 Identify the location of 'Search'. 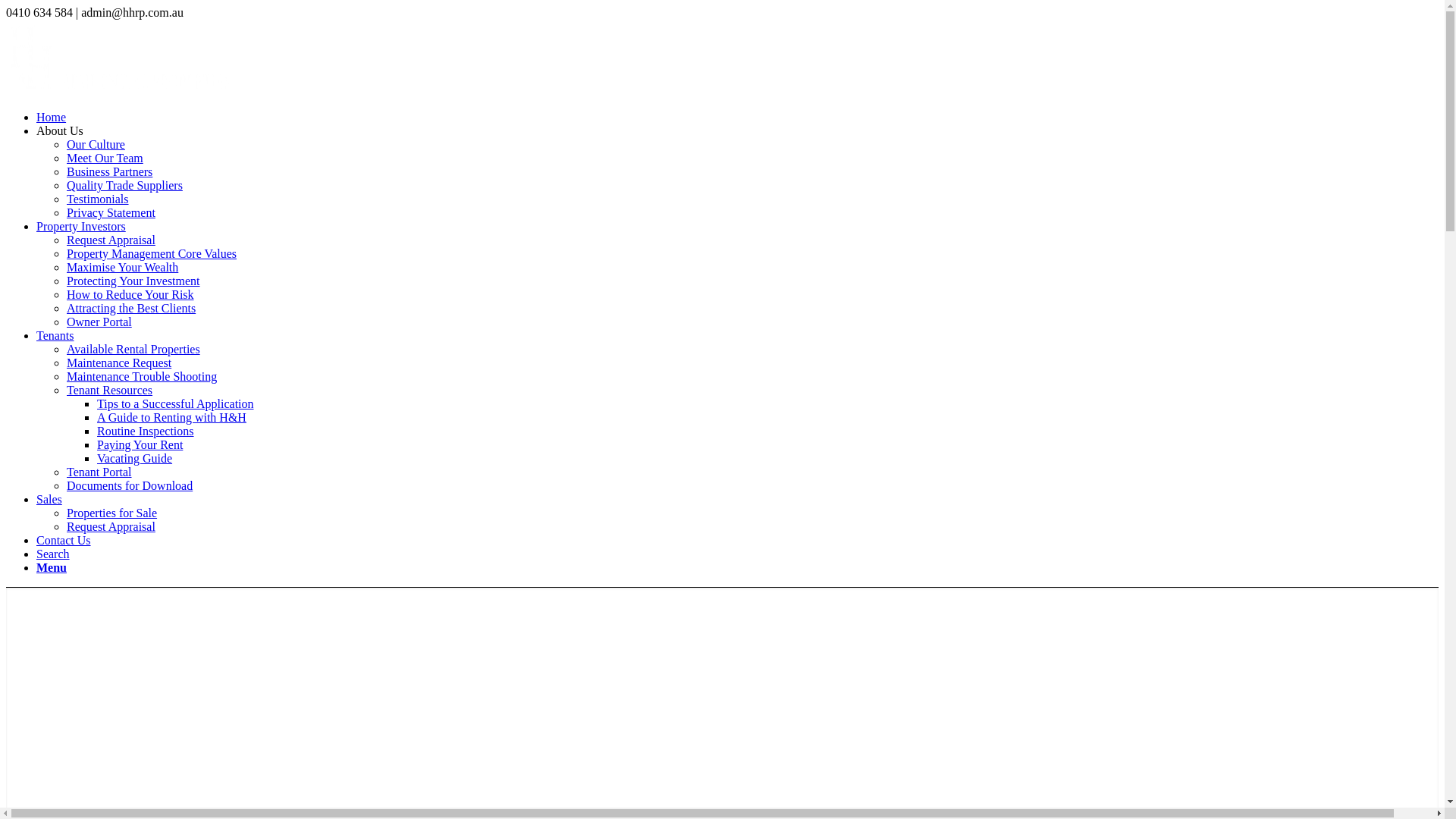
(53, 554).